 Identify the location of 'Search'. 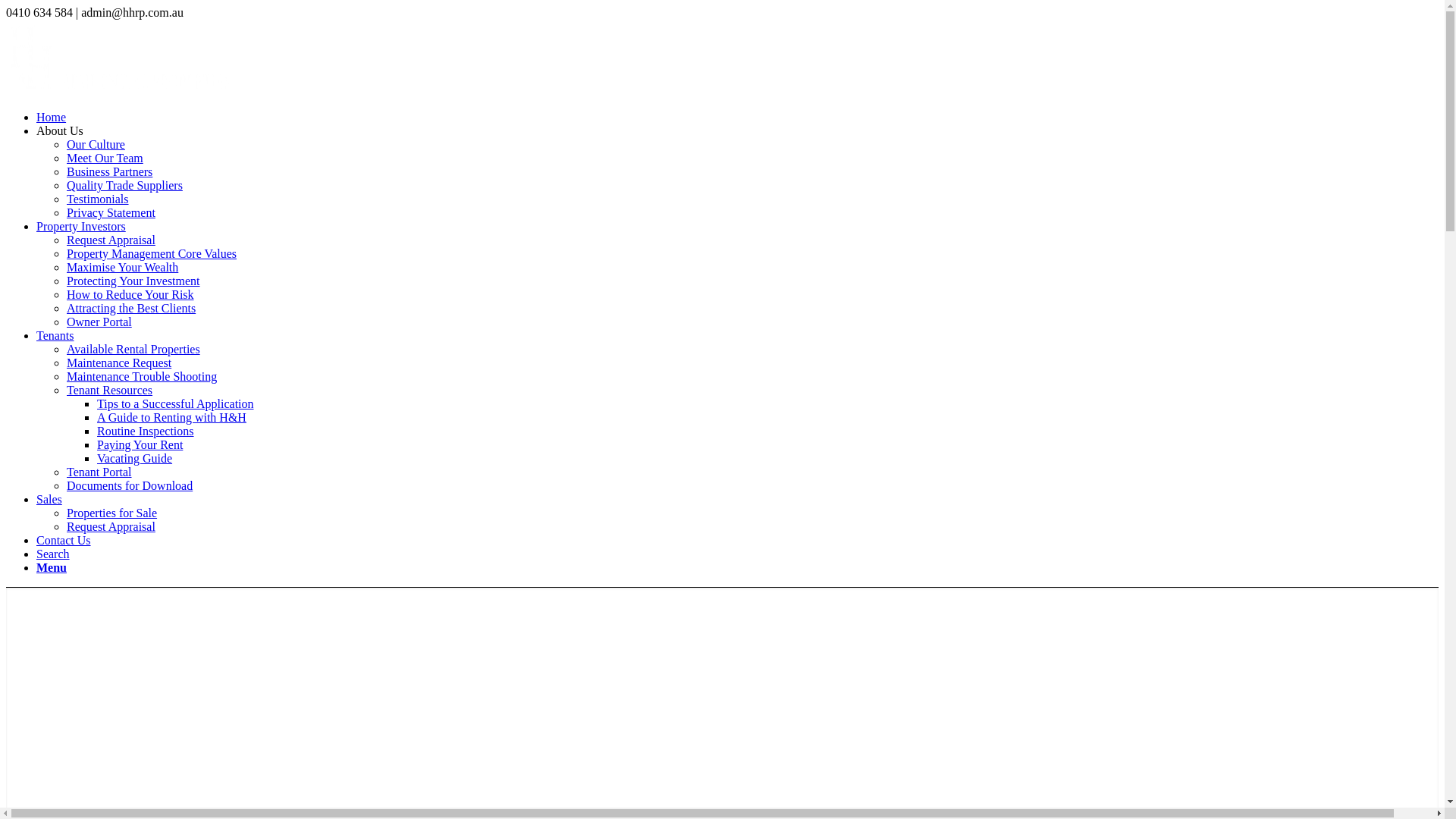
(53, 554).